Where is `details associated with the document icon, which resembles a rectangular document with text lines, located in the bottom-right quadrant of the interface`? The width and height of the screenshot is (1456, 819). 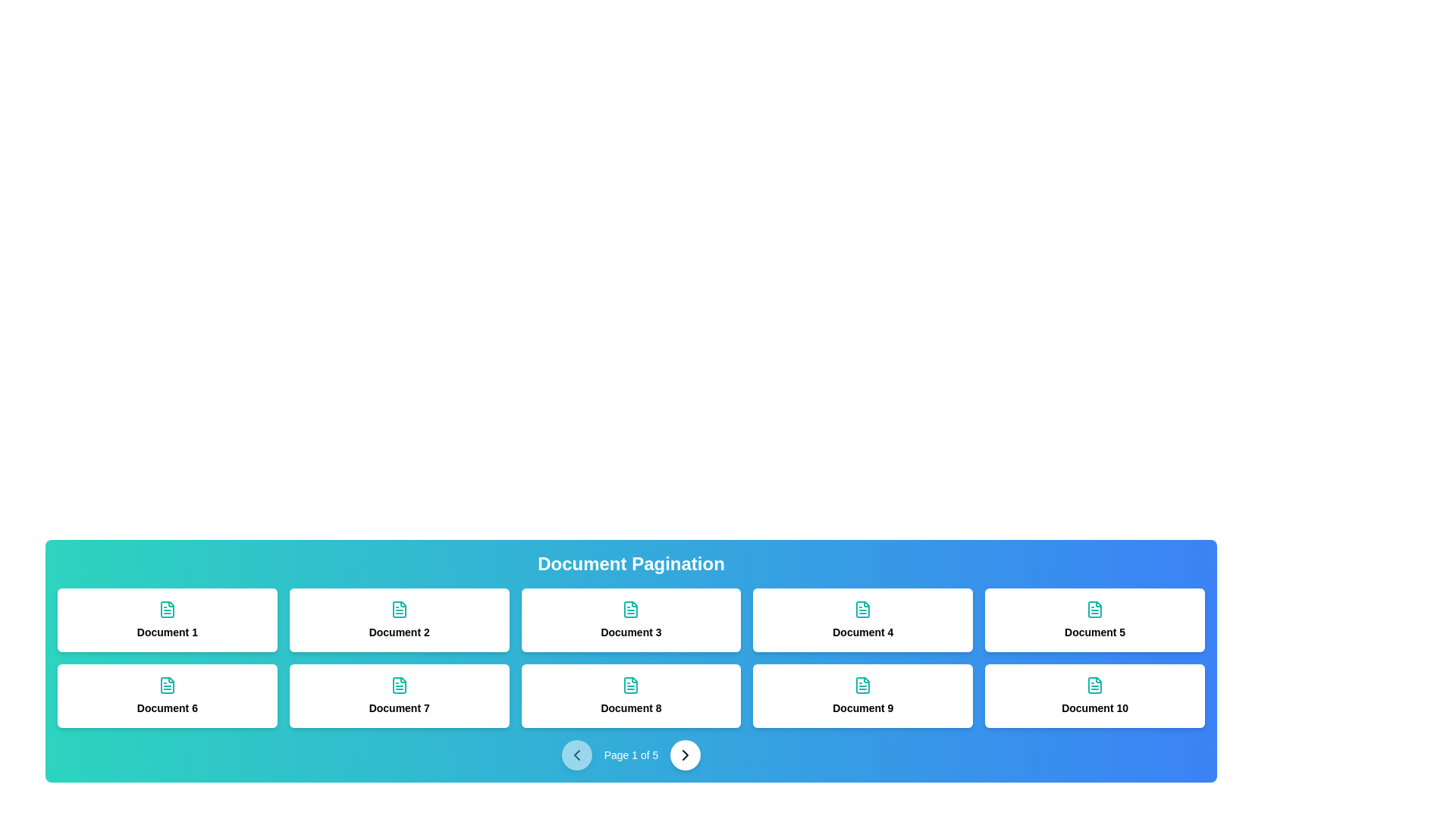 details associated with the document icon, which resembles a rectangular document with text lines, located in the bottom-right quadrant of the interface is located at coordinates (1095, 685).